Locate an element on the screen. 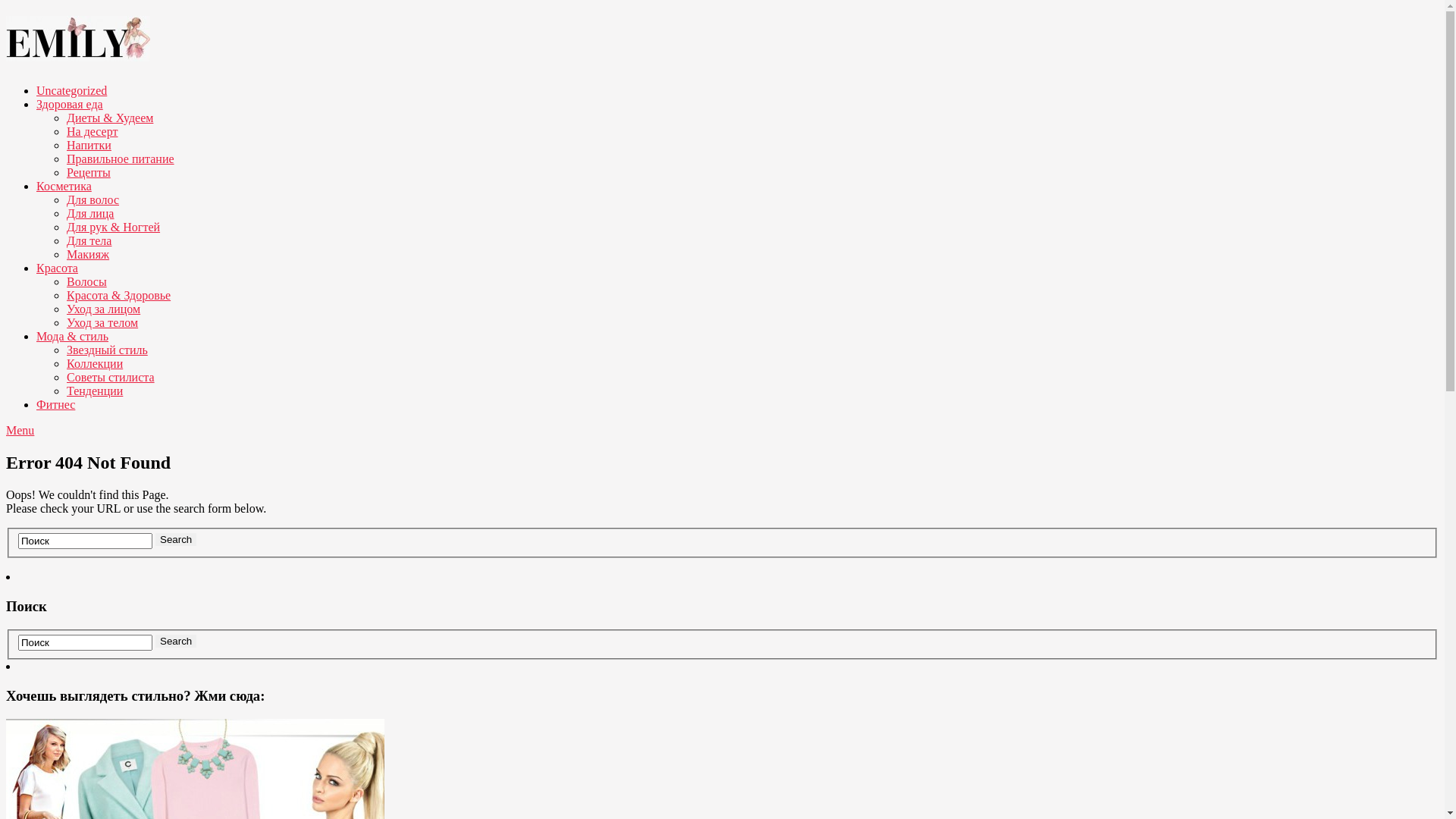  'Uncategorized' is located at coordinates (71, 90).